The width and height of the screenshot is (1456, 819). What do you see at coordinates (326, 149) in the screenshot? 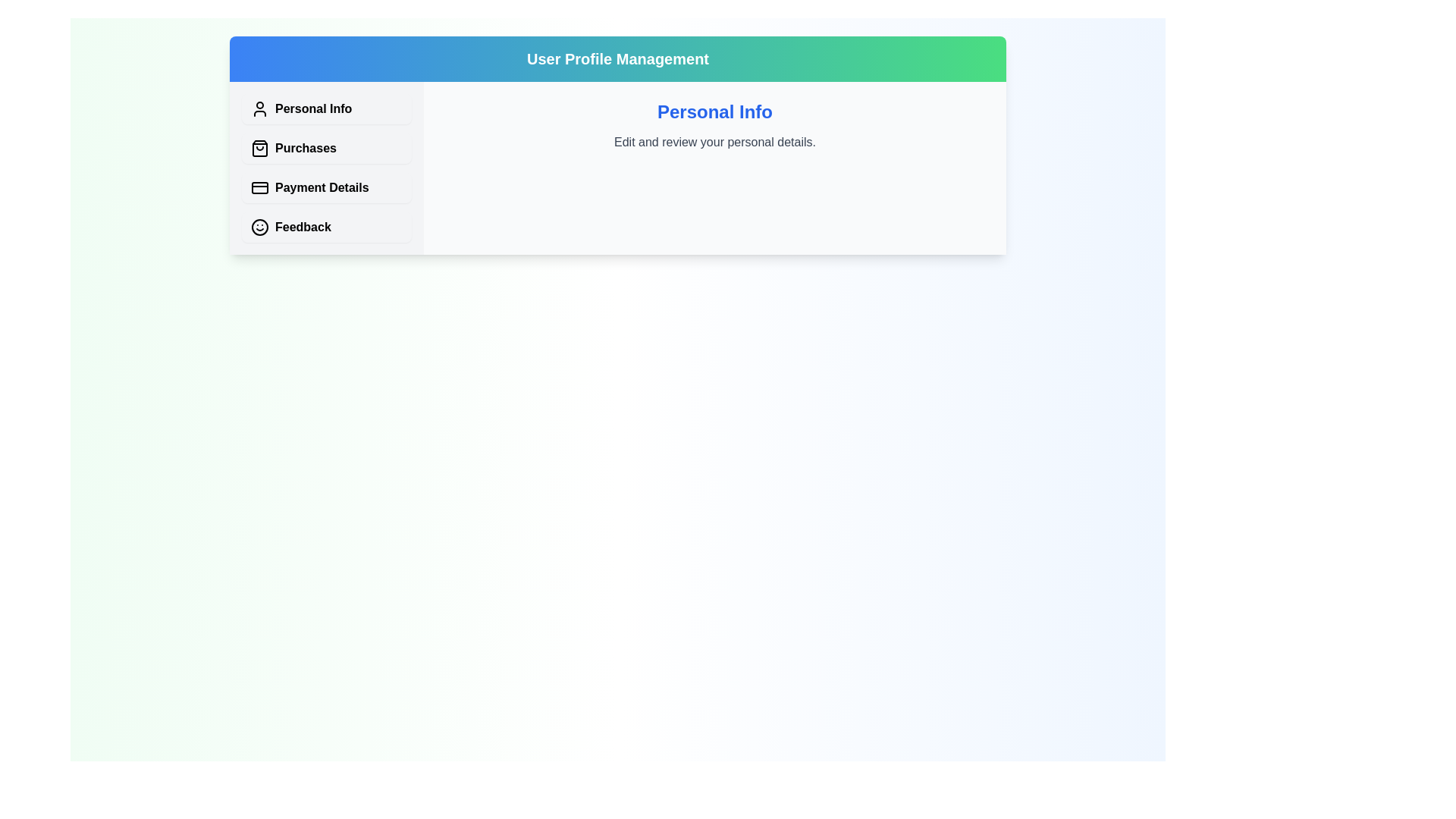
I see `the tab corresponding to Purchases to view its content` at bounding box center [326, 149].